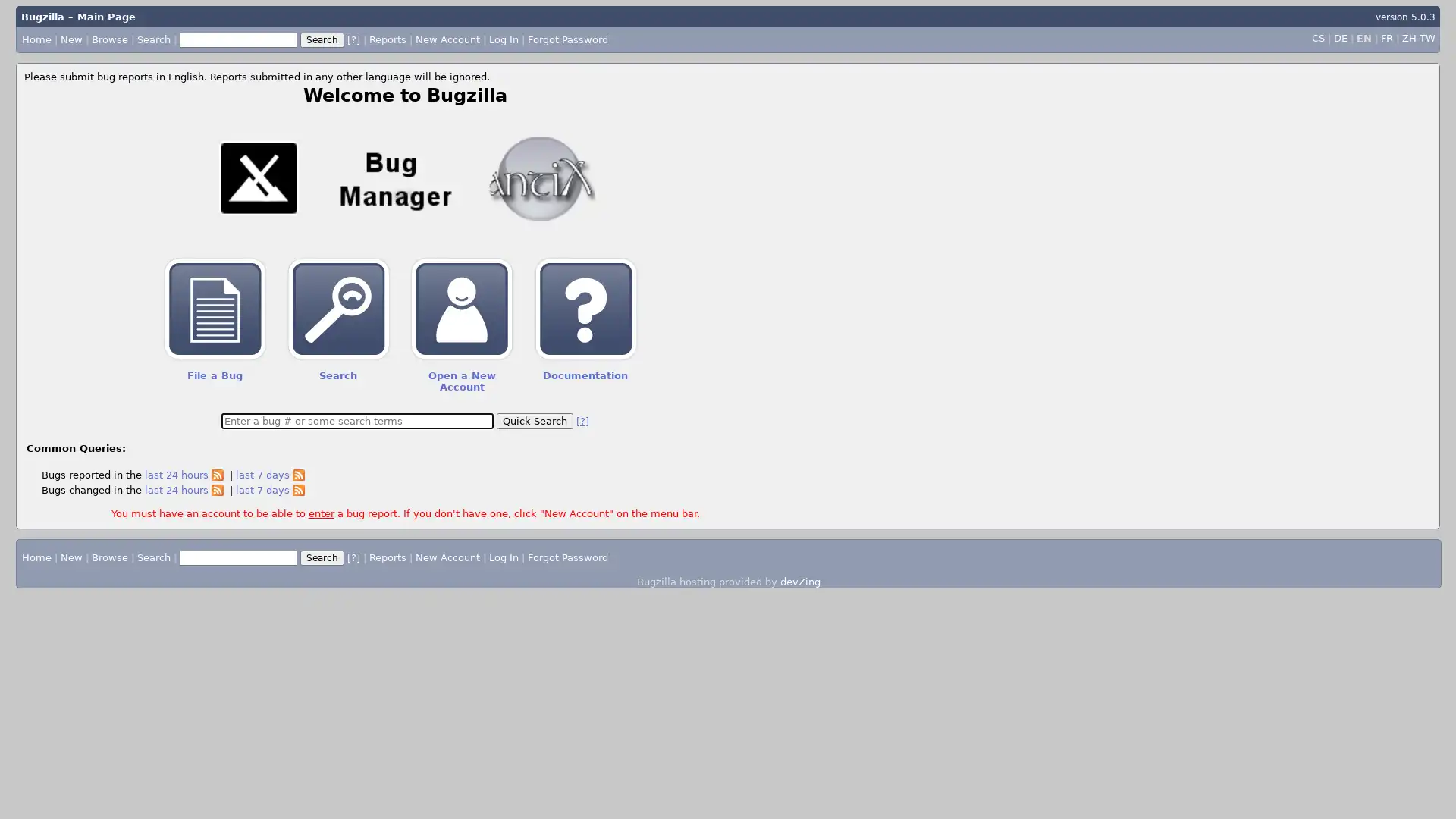 This screenshot has height=819, width=1456. I want to click on Search, so click(320, 38).